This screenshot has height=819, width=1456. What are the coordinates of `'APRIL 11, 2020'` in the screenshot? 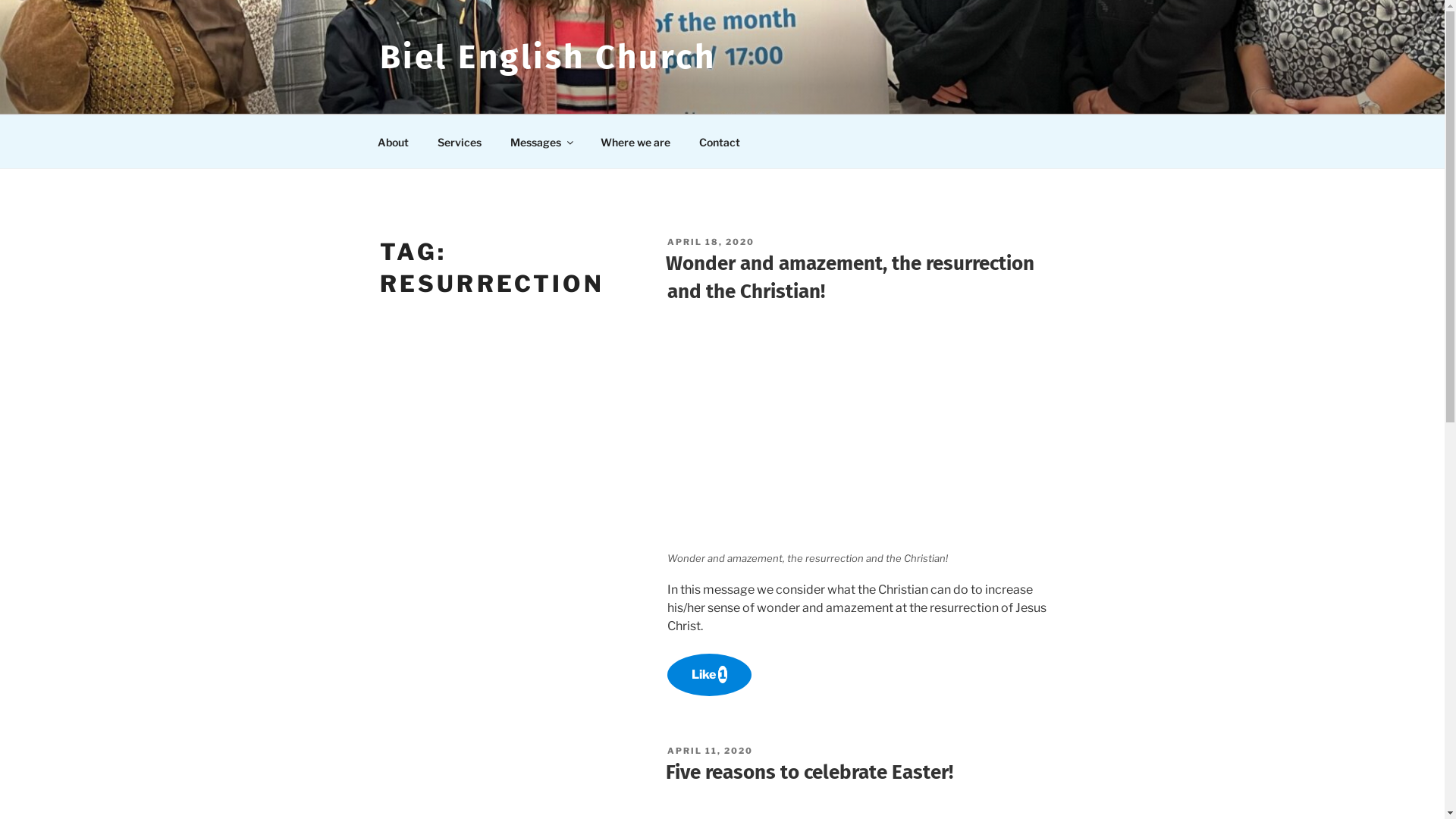 It's located at (709, 751).